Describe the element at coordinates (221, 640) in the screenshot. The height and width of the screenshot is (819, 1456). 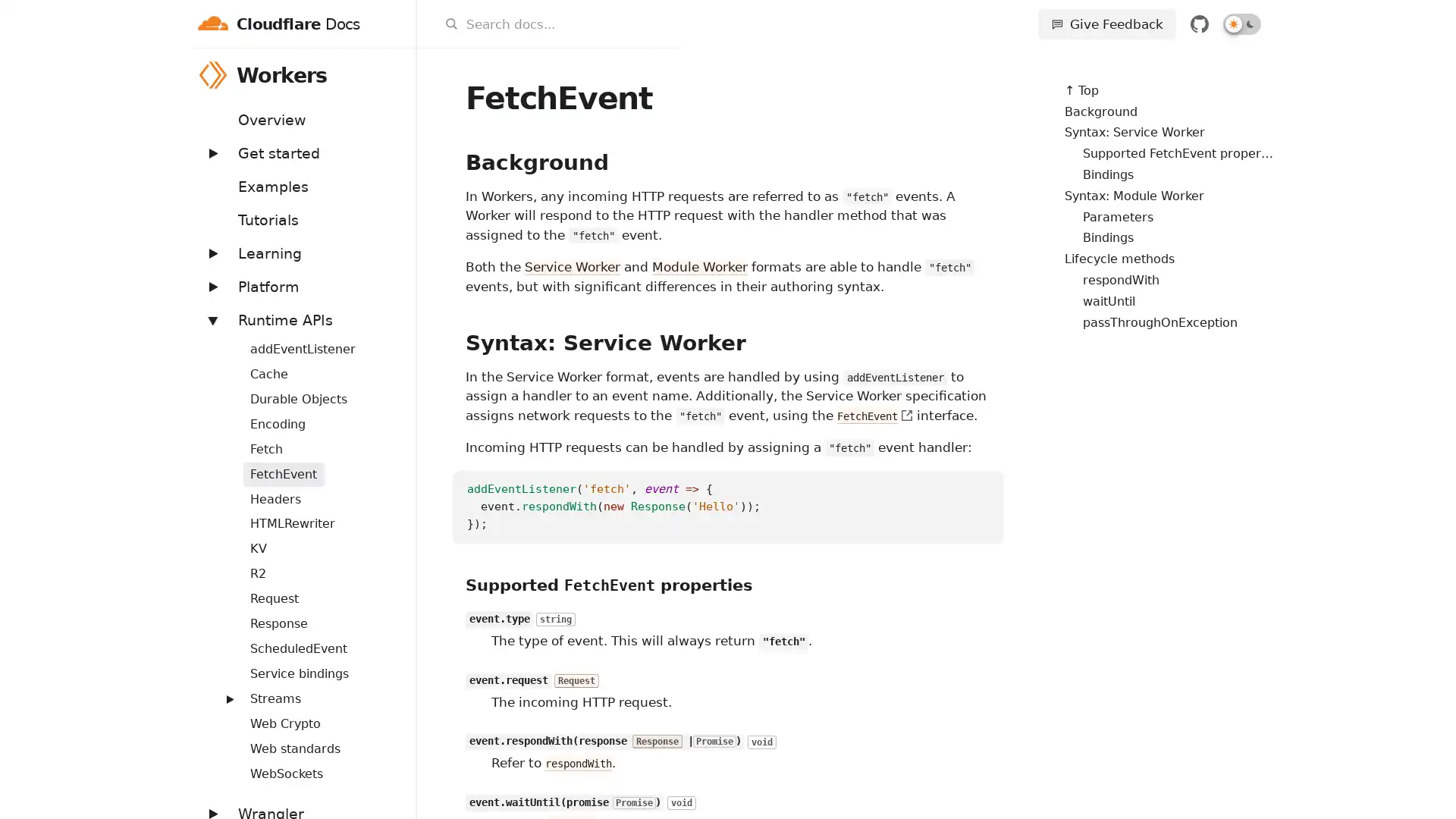
I see `Expand: Routing` at that location.